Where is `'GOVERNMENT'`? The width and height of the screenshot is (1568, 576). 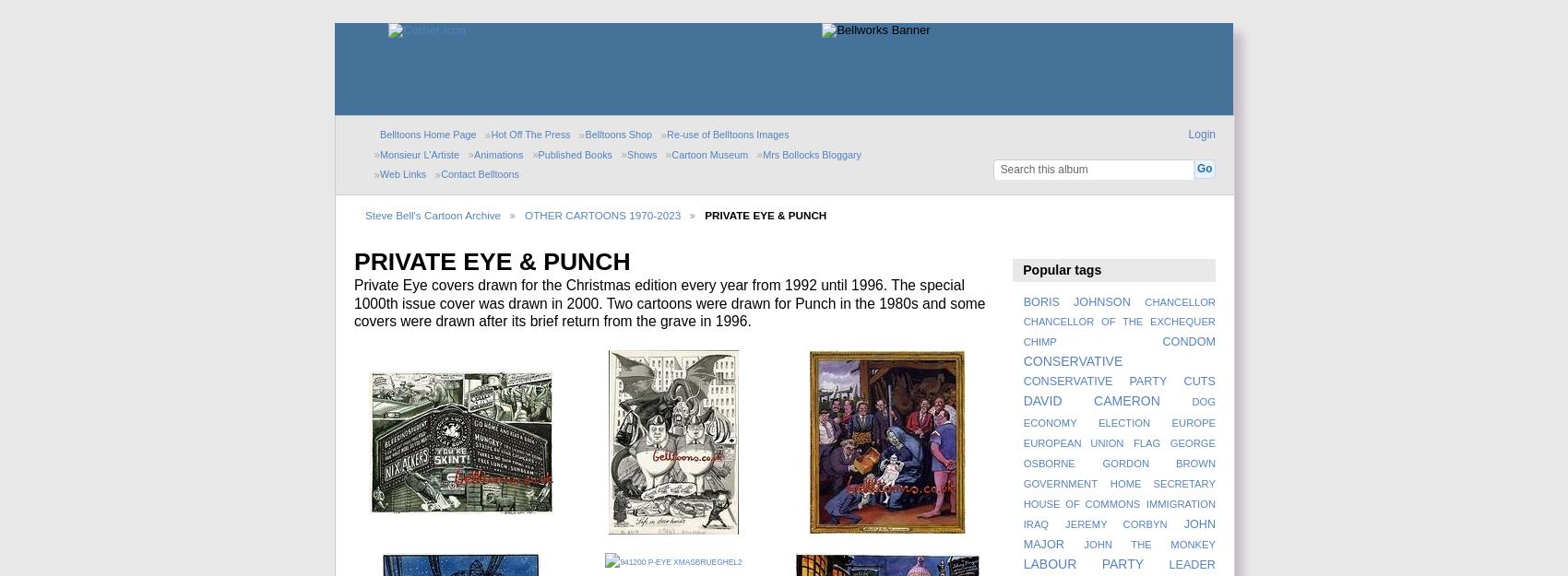
'GOVERNMENT' is located at coordinates (1060, 483).